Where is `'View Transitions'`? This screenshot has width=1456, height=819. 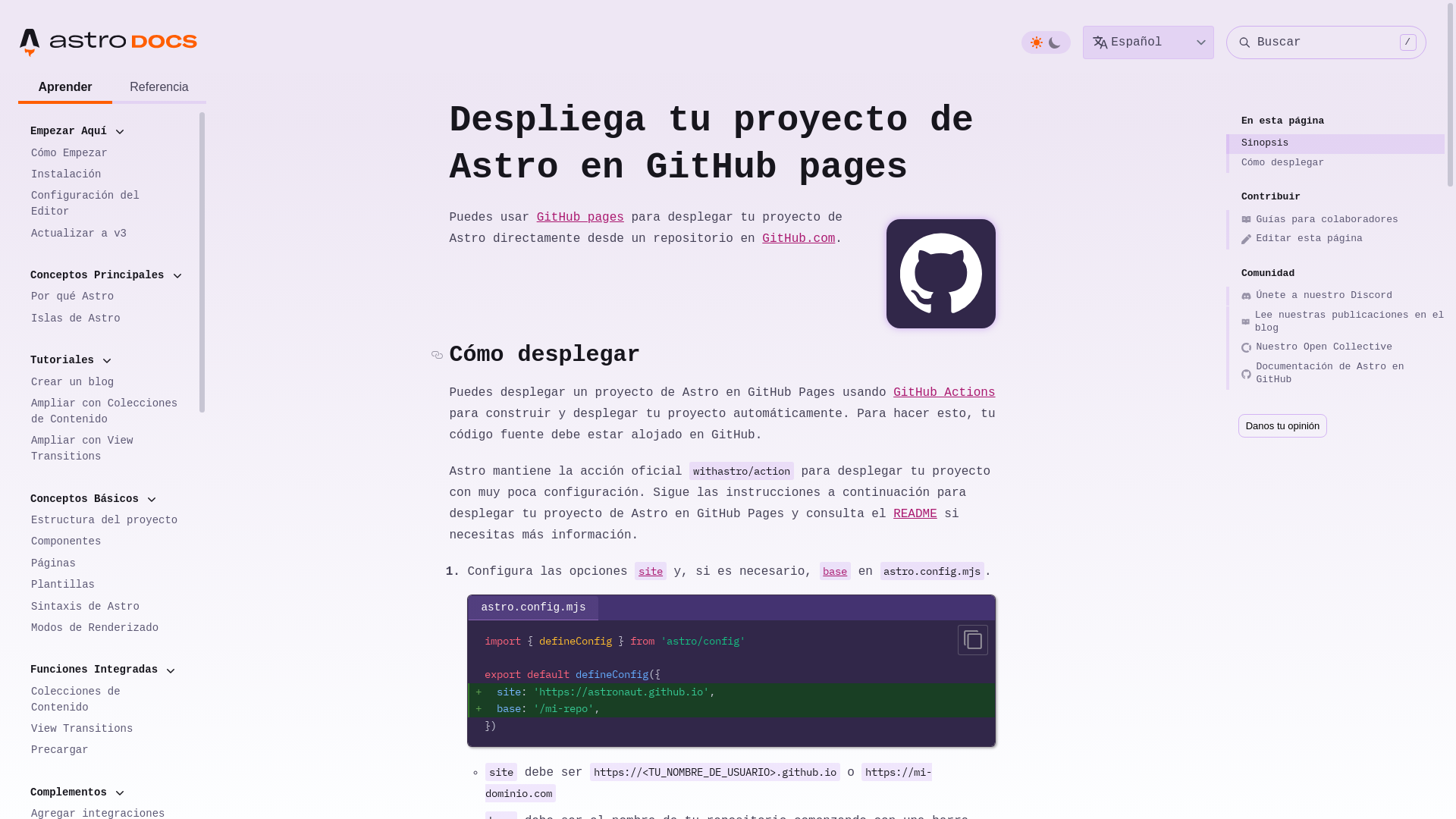 'View Transitions' is located at coordinates (18, 728).